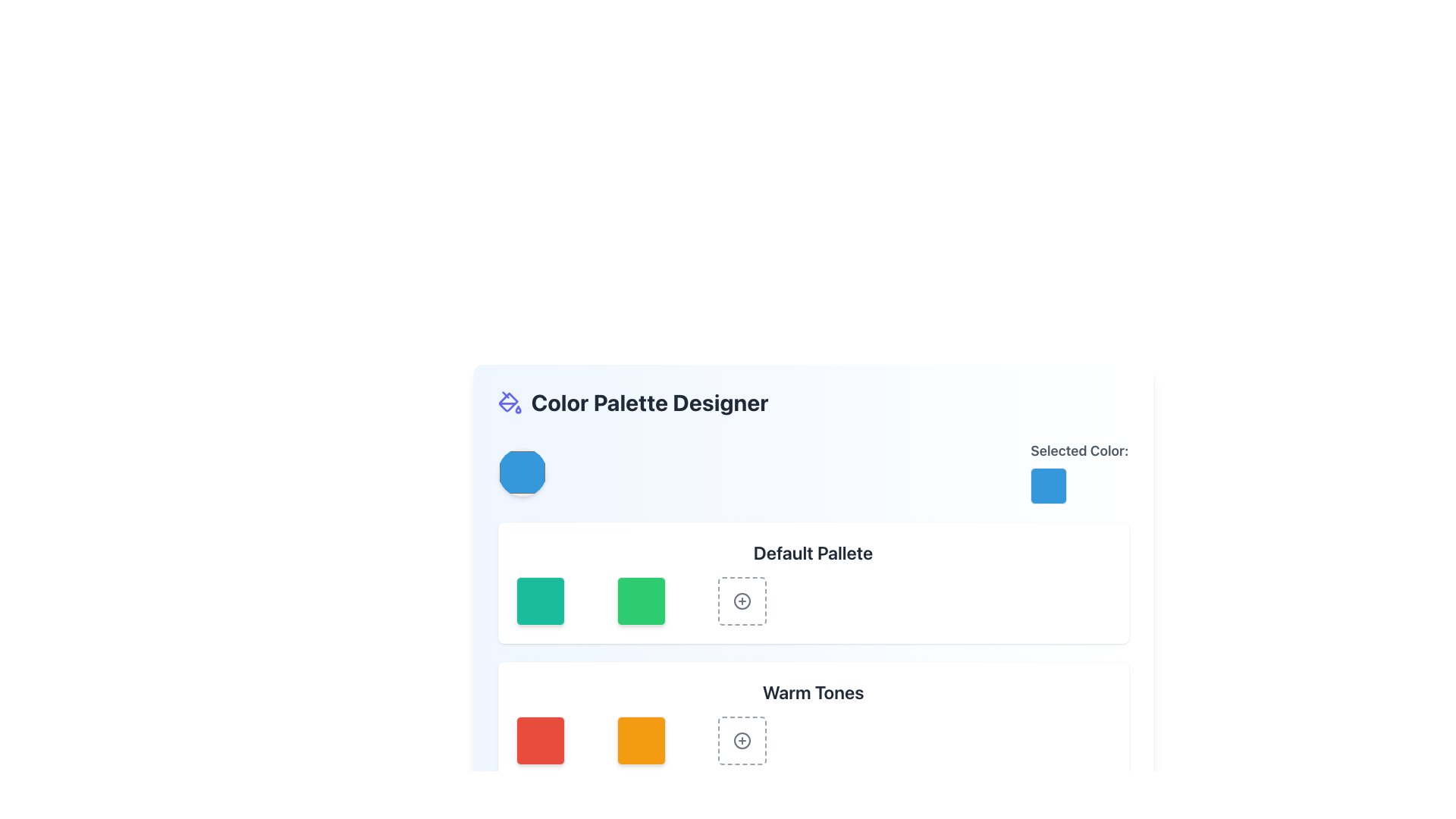 The image size is (1456, 819). What do you see at coordinates (641, 601) in the screenshot?
I see `the second square color selector item in the 'Default Palette' row` at bounding box center [641, 601].